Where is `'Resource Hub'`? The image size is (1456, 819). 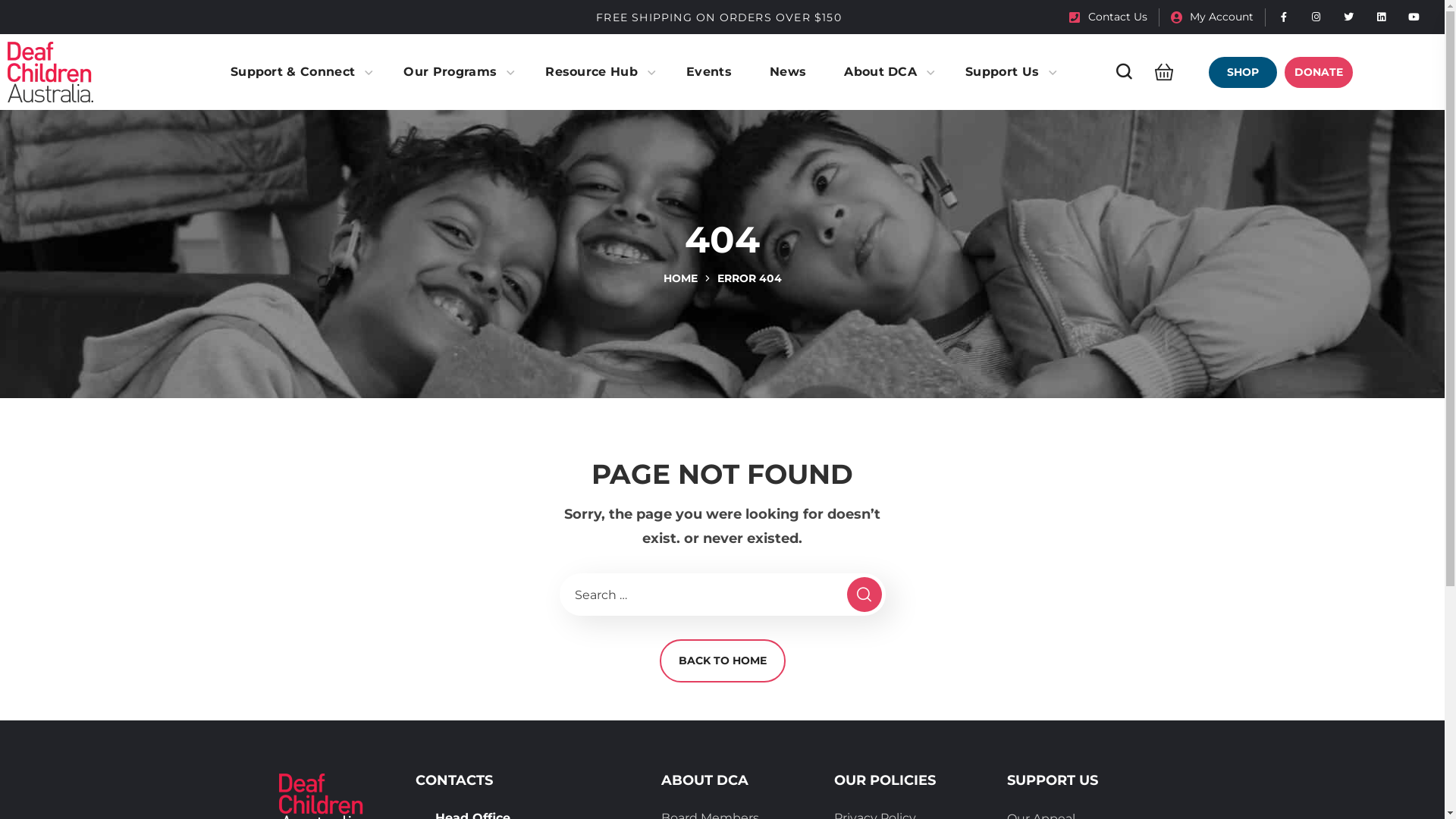
'Resource Hub' is located at coordinates (526, 72).